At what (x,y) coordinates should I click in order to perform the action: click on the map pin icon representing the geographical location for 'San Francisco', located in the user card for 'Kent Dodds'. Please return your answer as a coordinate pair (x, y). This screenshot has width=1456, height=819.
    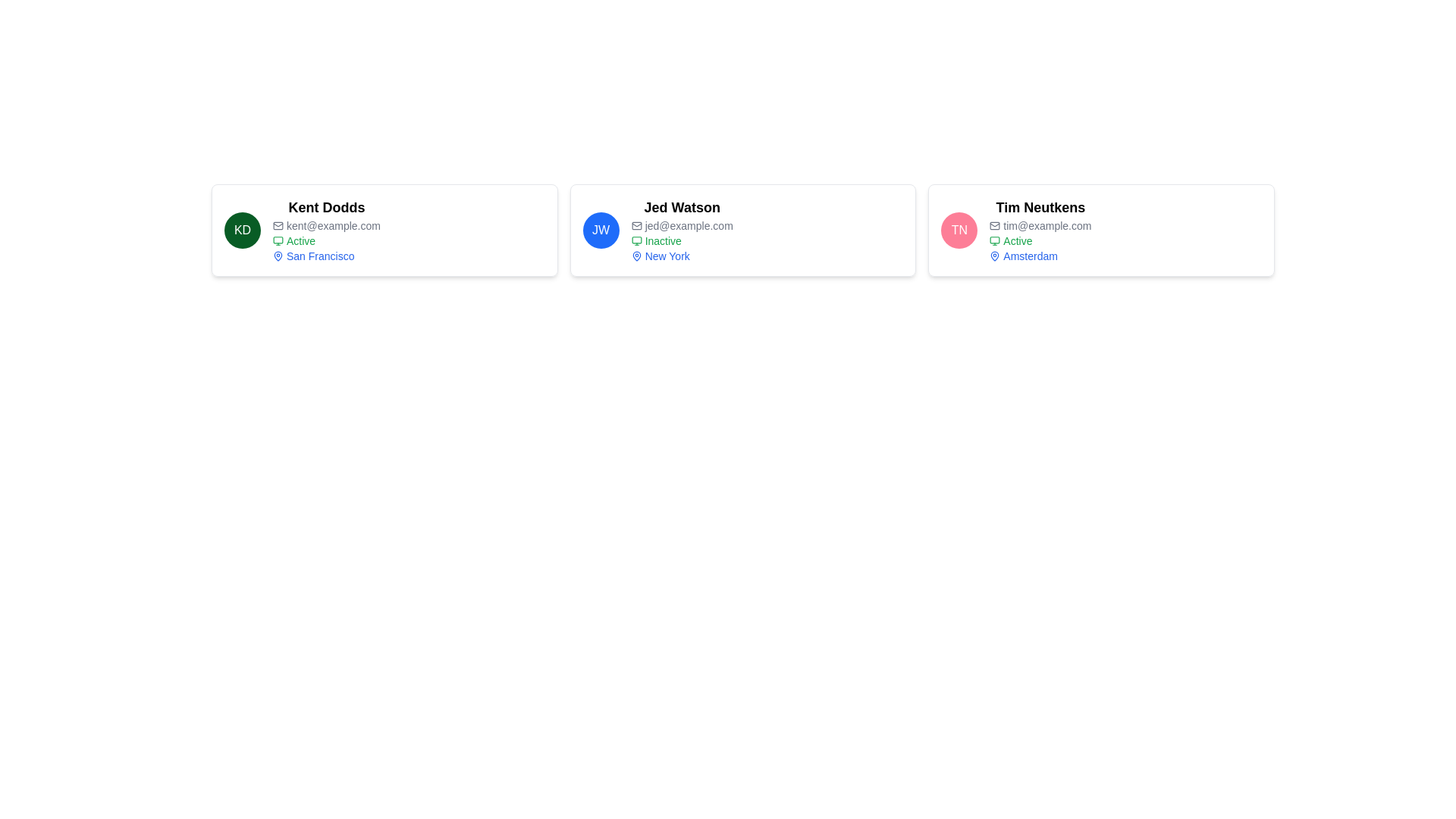
    Looking at the image, I should click on (278, 256).